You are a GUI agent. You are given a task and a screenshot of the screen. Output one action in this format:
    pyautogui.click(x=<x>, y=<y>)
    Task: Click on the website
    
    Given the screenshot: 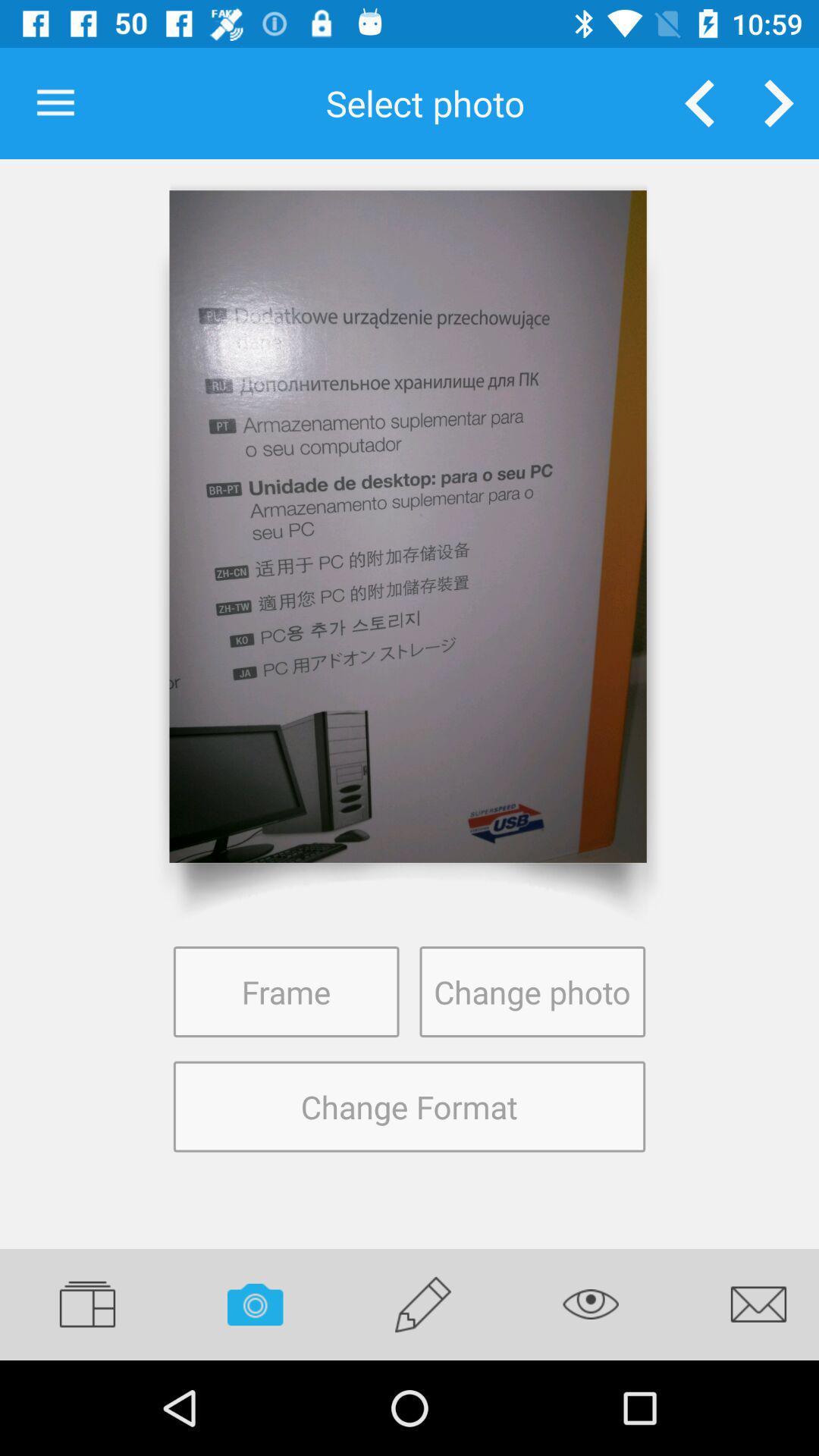 What is the action you would take?
    pyautogui.click(x=407, y=526)
    